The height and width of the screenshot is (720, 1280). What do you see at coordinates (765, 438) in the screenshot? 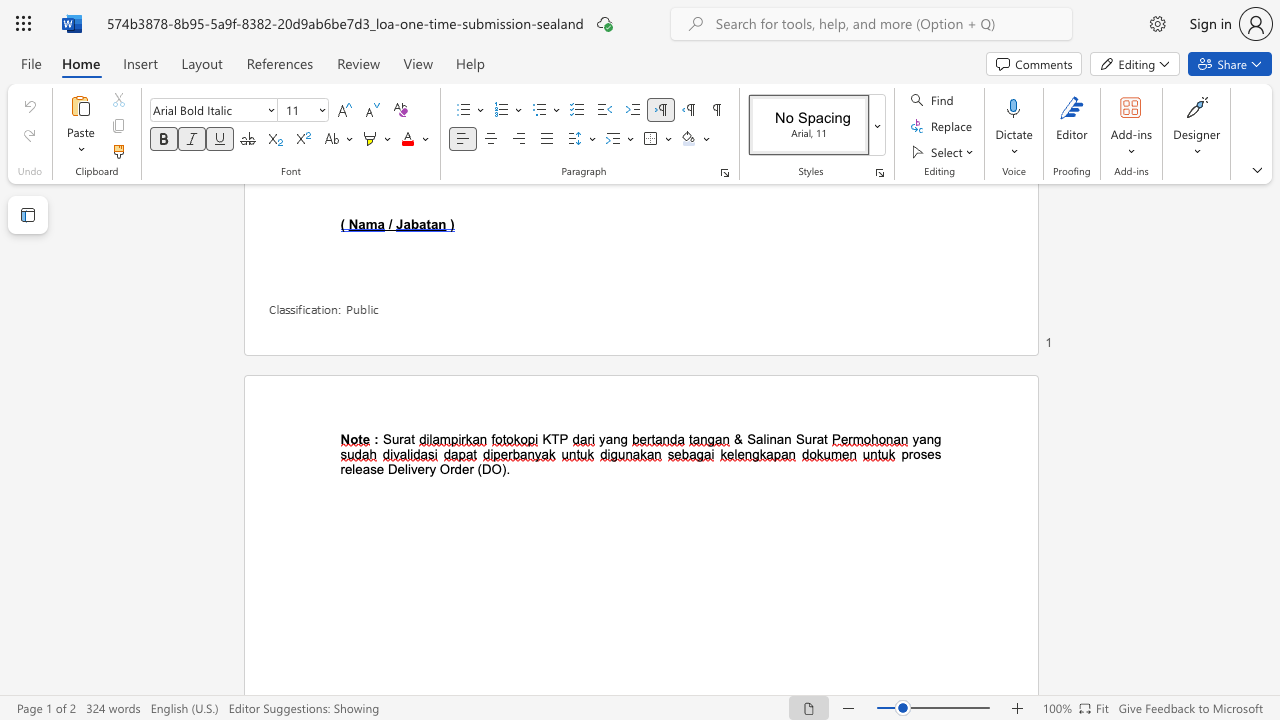
I see `the subset text "inan Sura" within the text "& Salinan Surat"` at bounding box center [765, 438].